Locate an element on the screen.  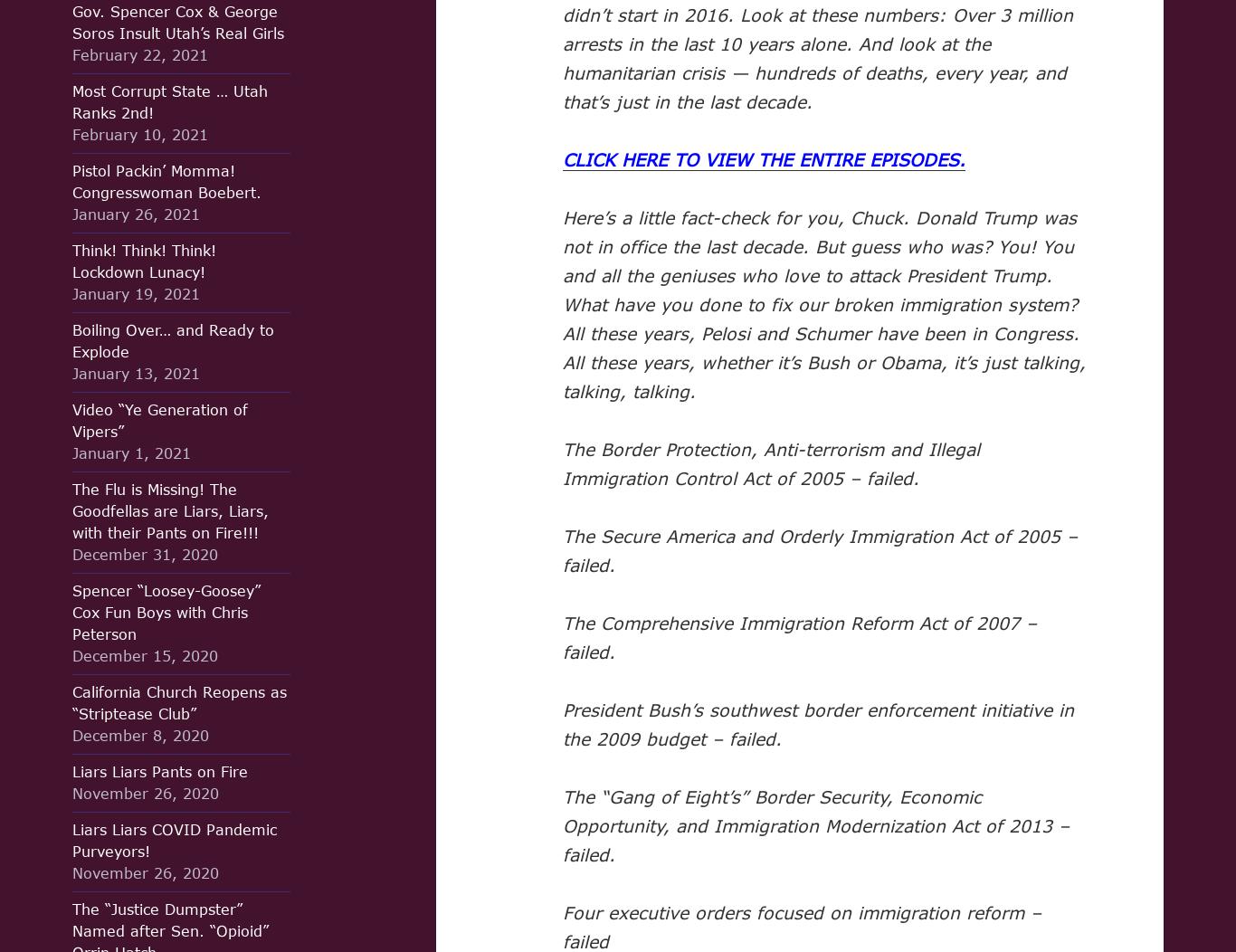
'February 10, 2021' is located at coordinates (139, 133).